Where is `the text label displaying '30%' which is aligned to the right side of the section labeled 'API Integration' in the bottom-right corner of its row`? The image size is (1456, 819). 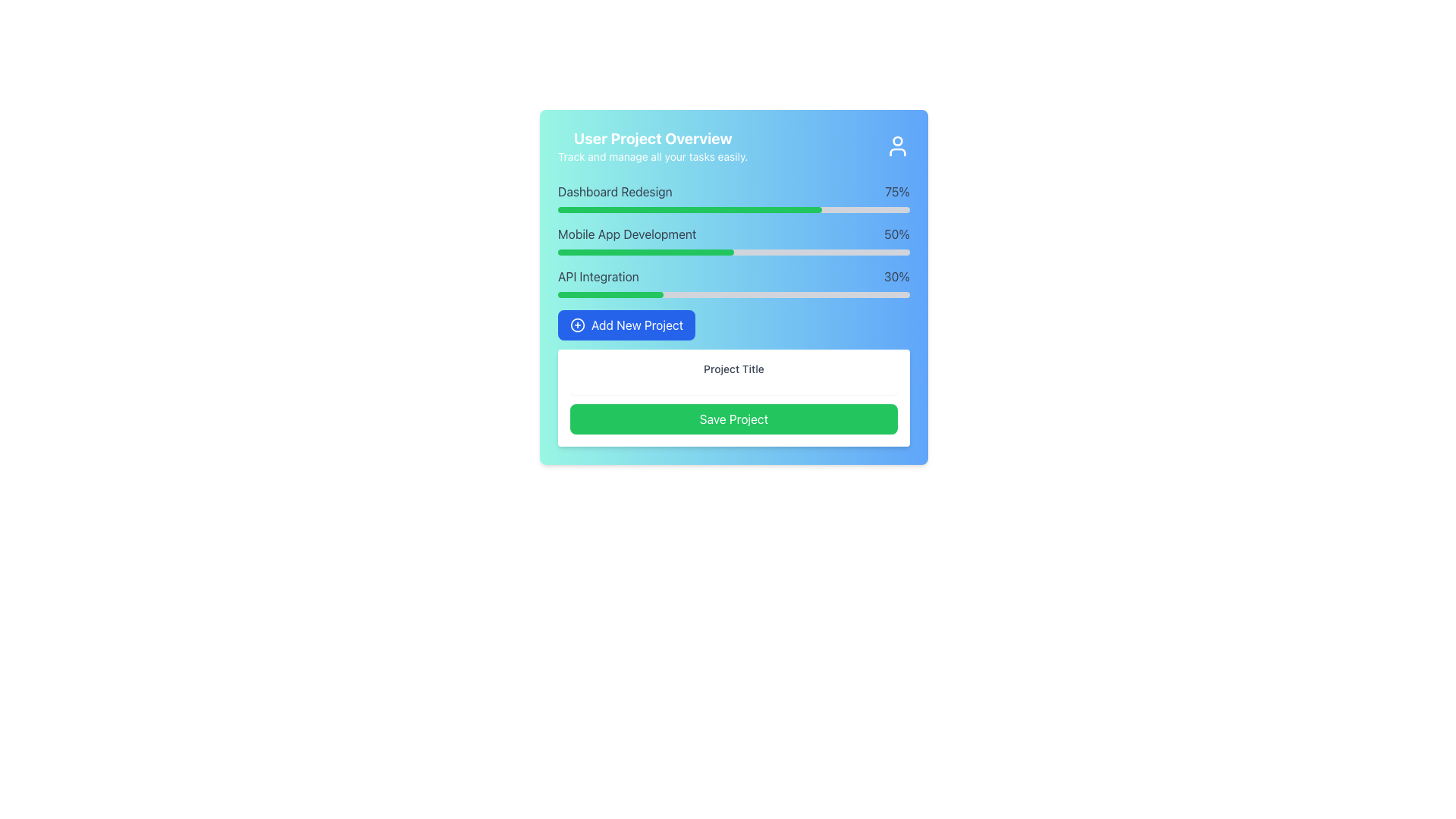 the text label displaying '30%' which is aligned to the right side of the section labeled 'API Integration' in the bottom-right corner of its row is located at coordinates (897, 277).